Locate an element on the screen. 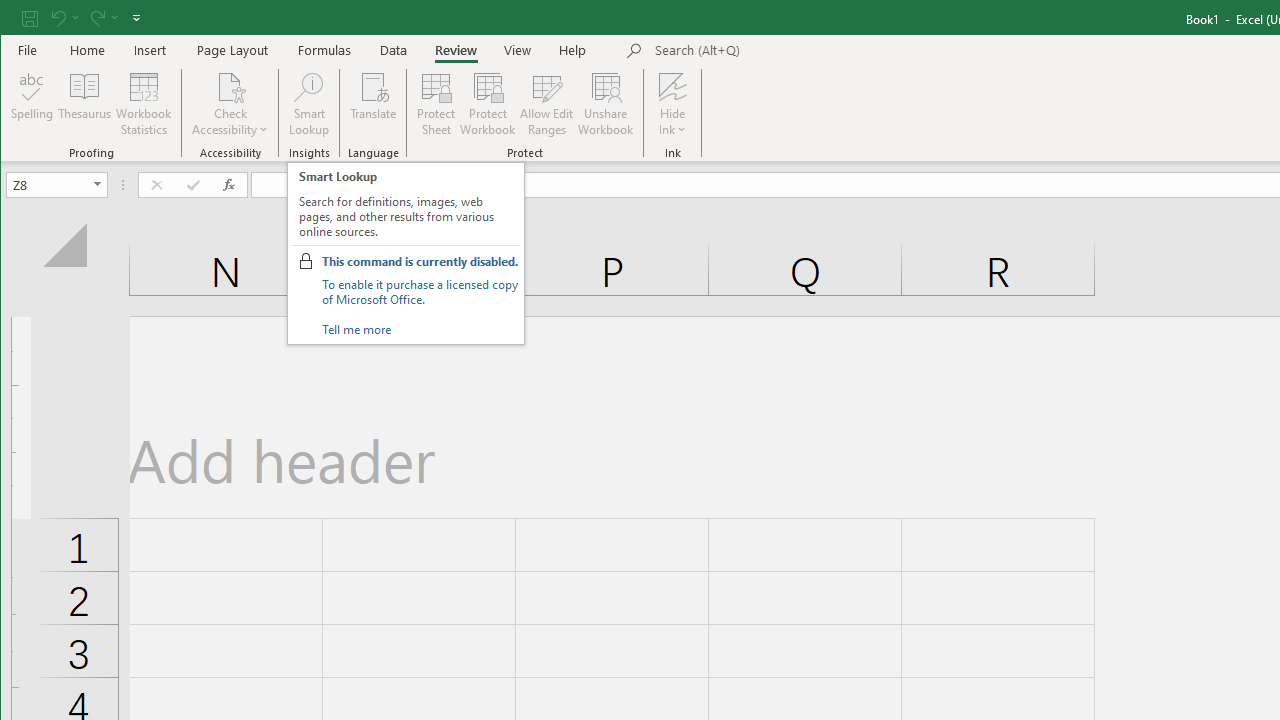 The width and height of the screenshot is (1280, 720). 'Unshare Workbook' is located at coordinates (605, 104).